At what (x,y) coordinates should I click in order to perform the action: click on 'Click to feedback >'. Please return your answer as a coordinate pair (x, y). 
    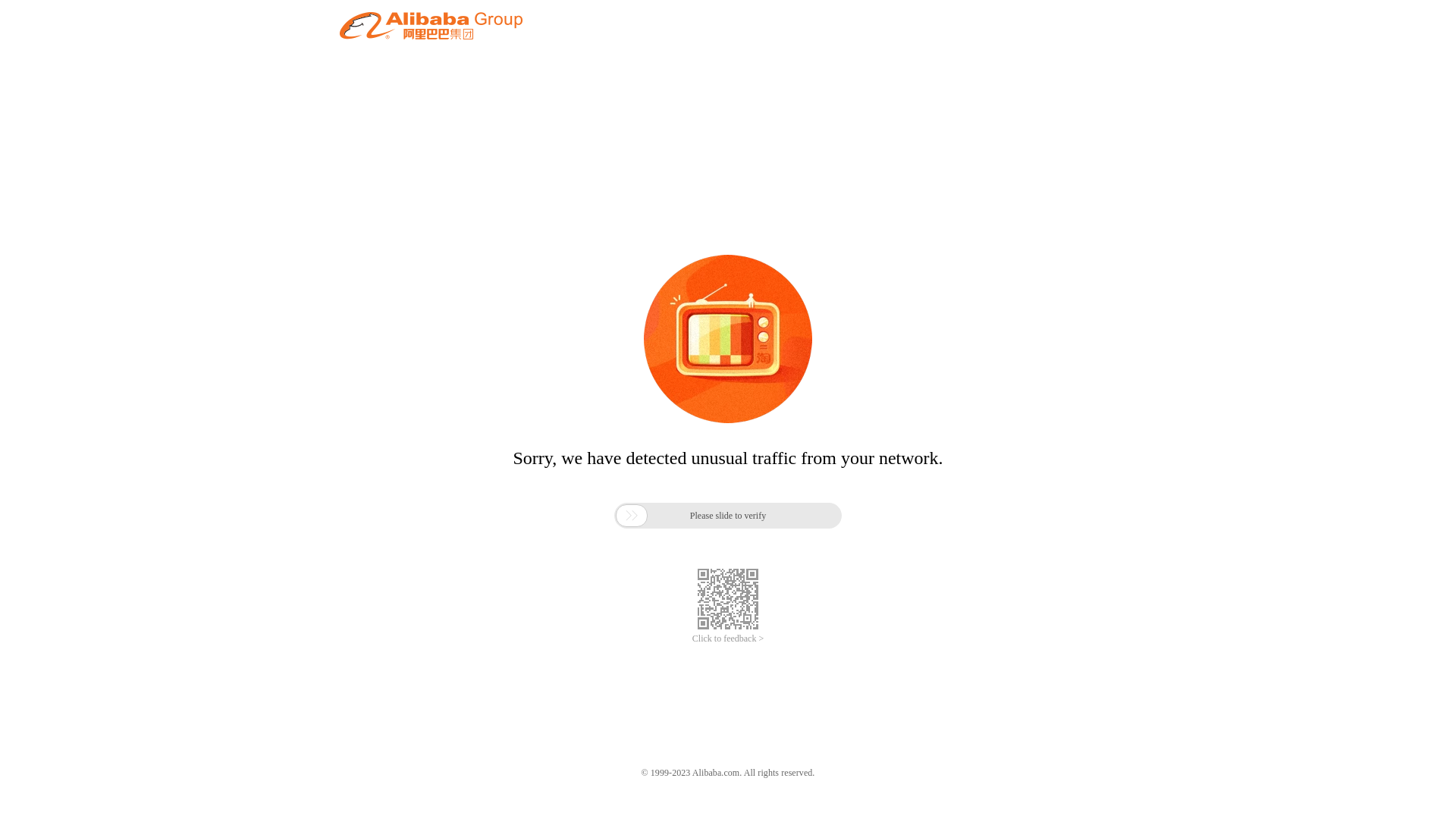
    Looking at the image, I should click on (728, 639).